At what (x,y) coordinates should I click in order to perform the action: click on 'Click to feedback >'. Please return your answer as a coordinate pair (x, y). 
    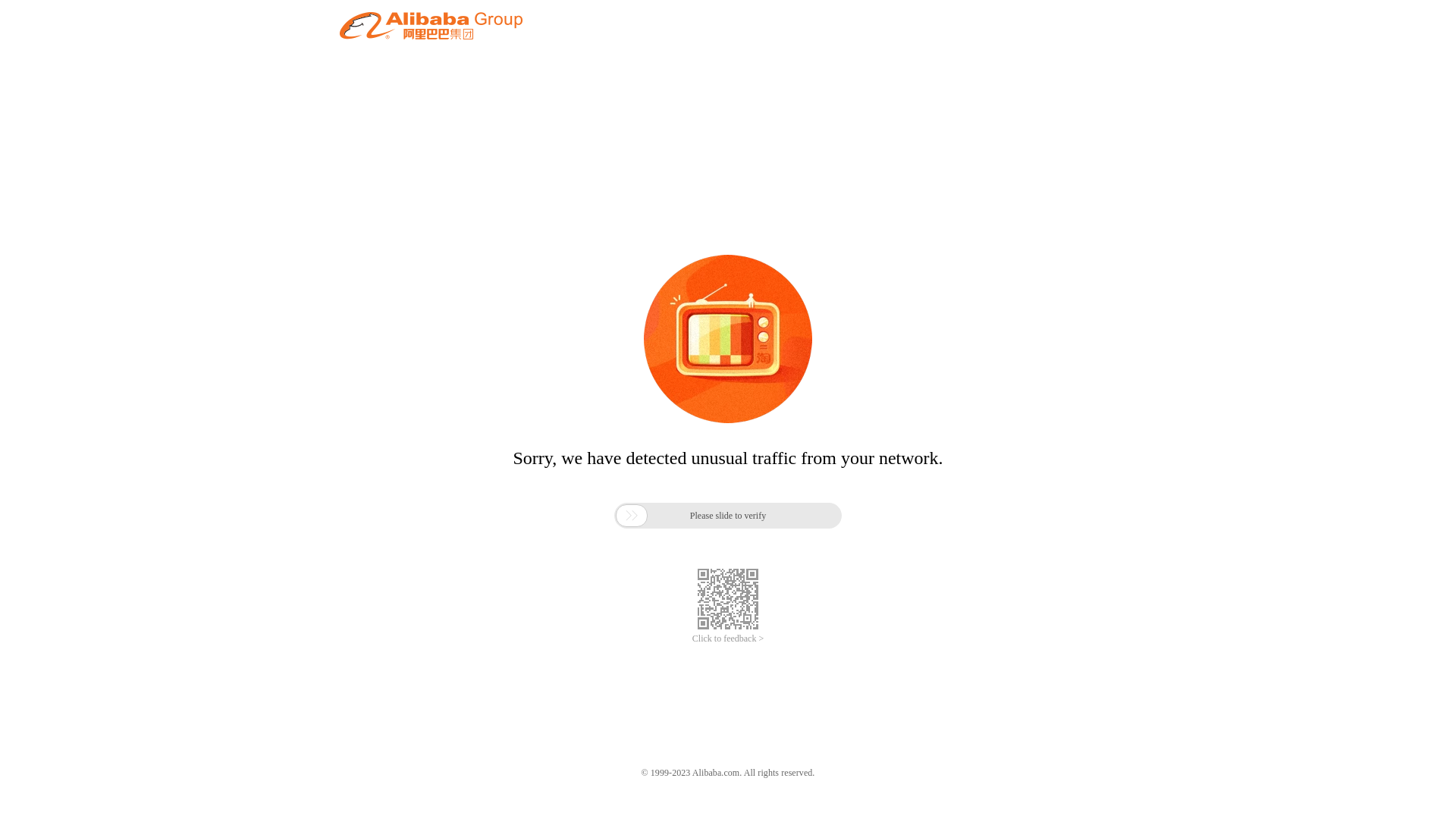
    Looking at the image, I should click on (728, 639).